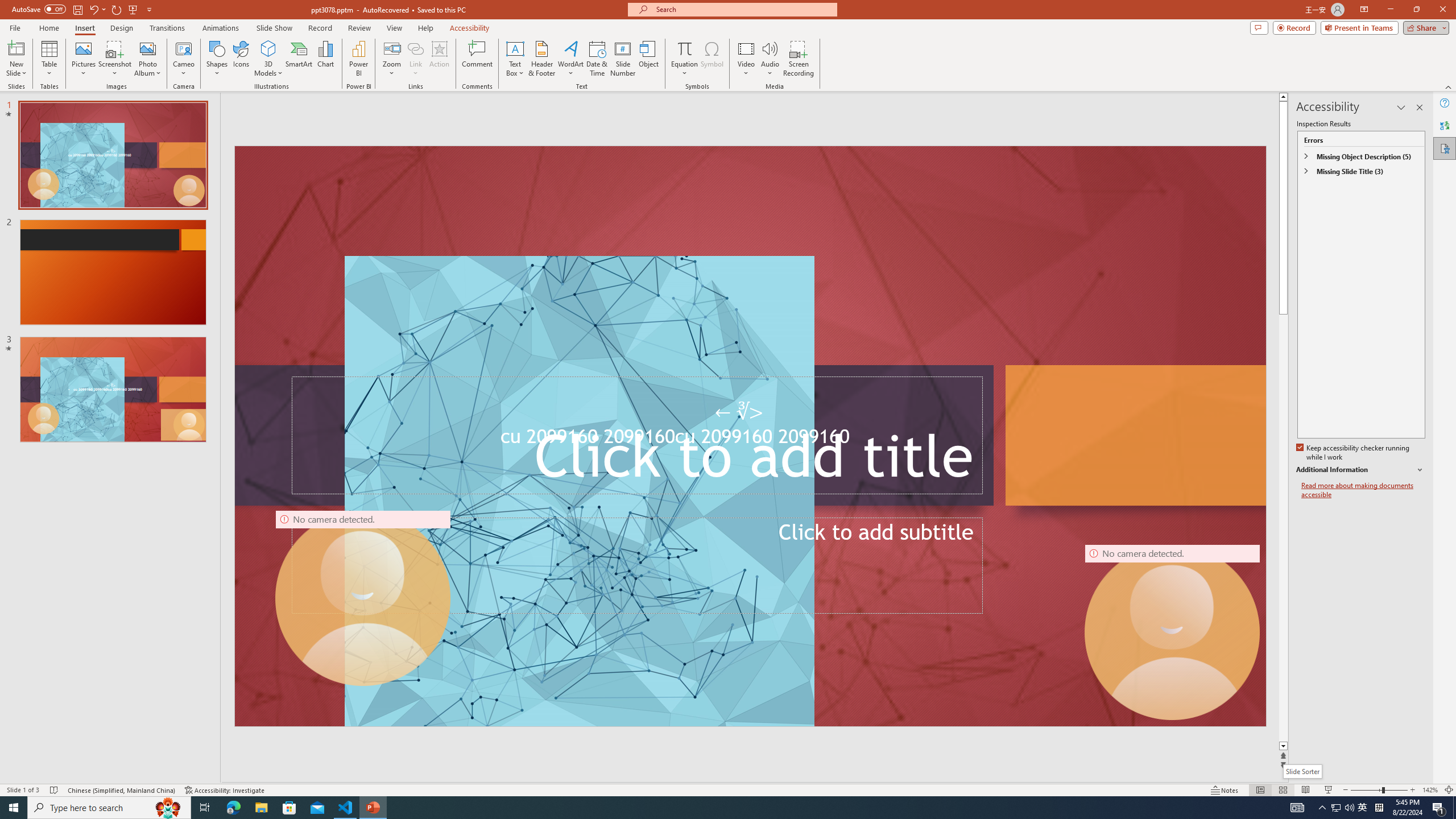 The image size is (1456, 819). What do you see at coordinates (14, 27) in the screenshot?
I see `'File Tab'` at bounding box center [14, 27].